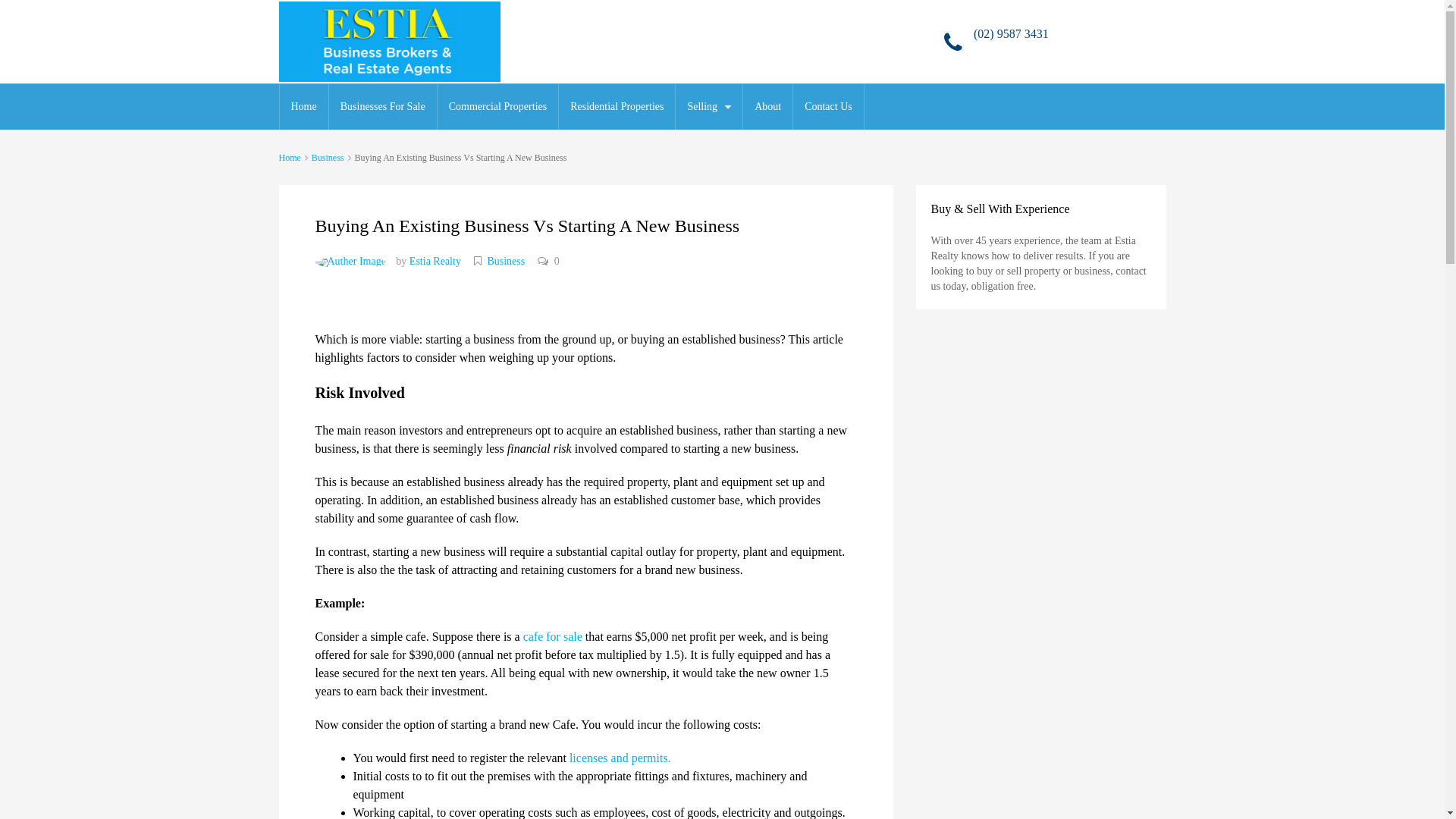 Image resolution: width=1456 pixels, height=819 pixels. I want to click on 'Selling', so click(708, 106).